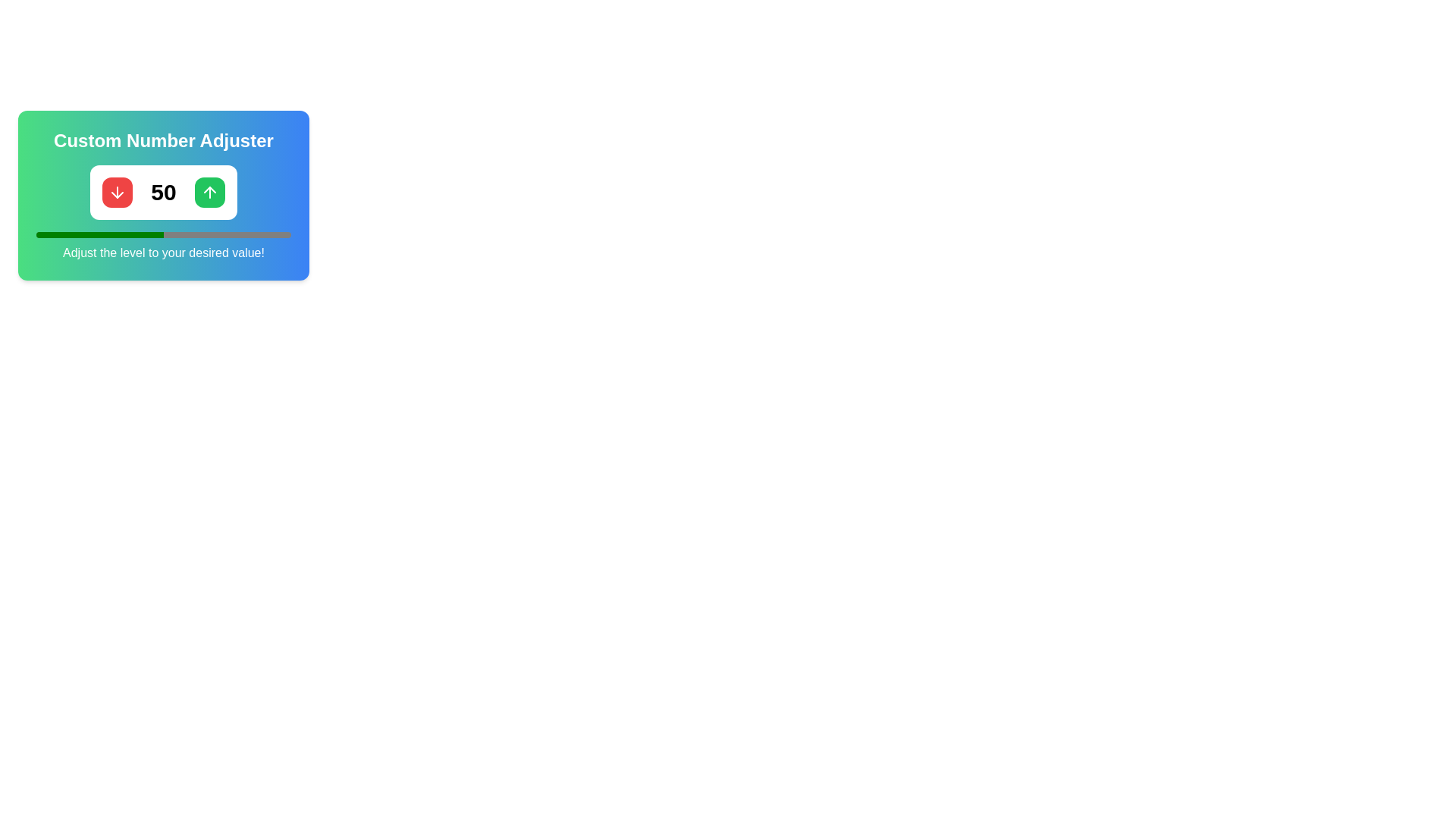 Image resolution: width=1456 pixels, height=819 pixels. What do you see at coordinates (68, 234) in the screenshot?
I see `the slider value` at bounding box center [68, 234].